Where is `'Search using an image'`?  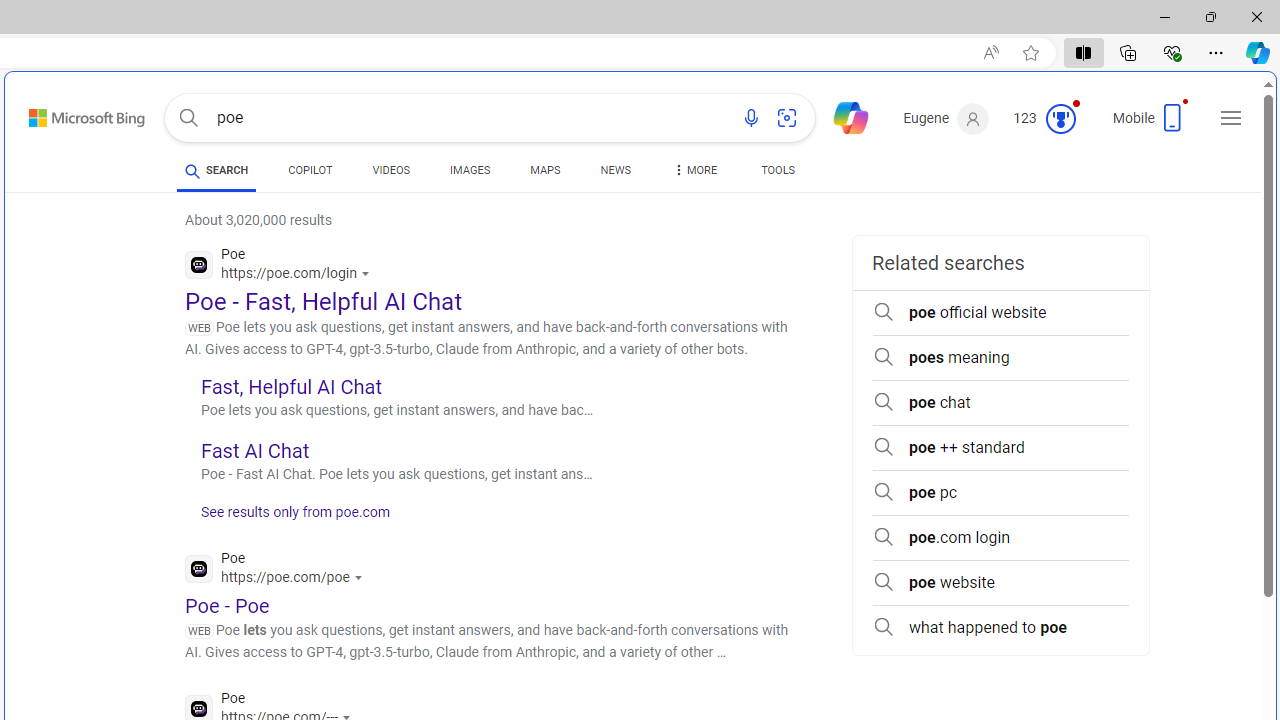
'Search using an image' is located at coordinates (786, 118).